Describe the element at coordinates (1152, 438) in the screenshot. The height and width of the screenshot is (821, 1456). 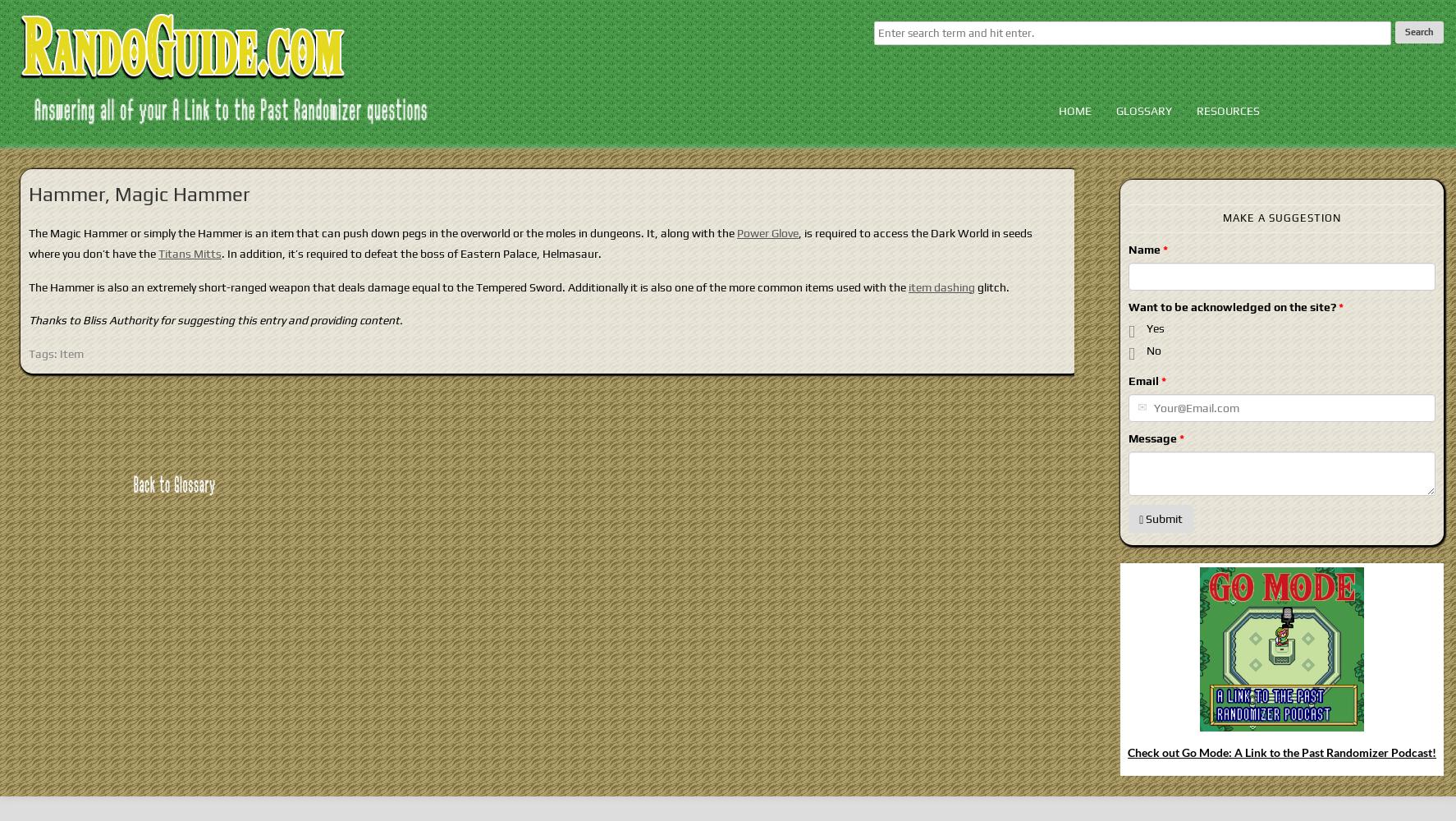
I see `'Message'` at that location.